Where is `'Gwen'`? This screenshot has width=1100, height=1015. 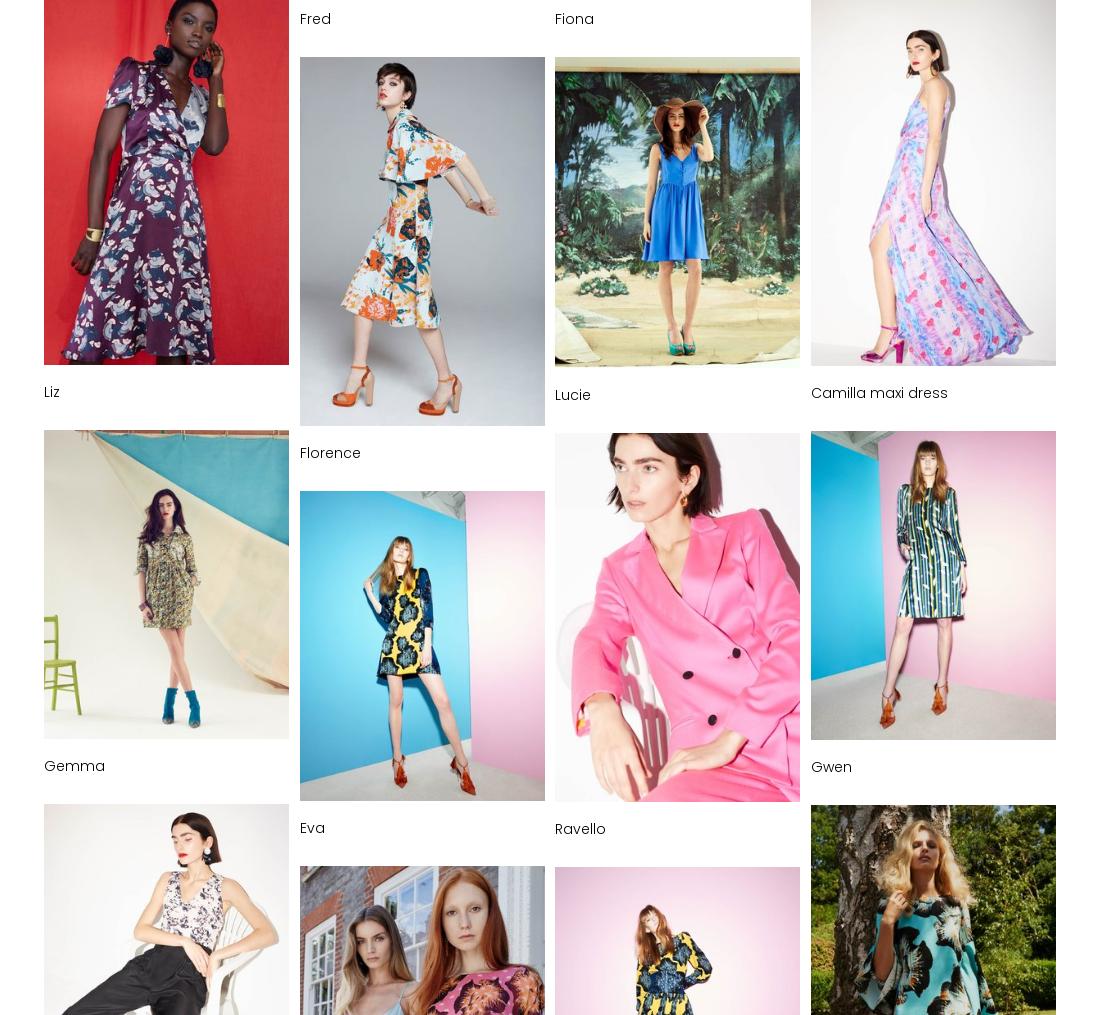
'Gwen' is located at coordinates (830, 766).